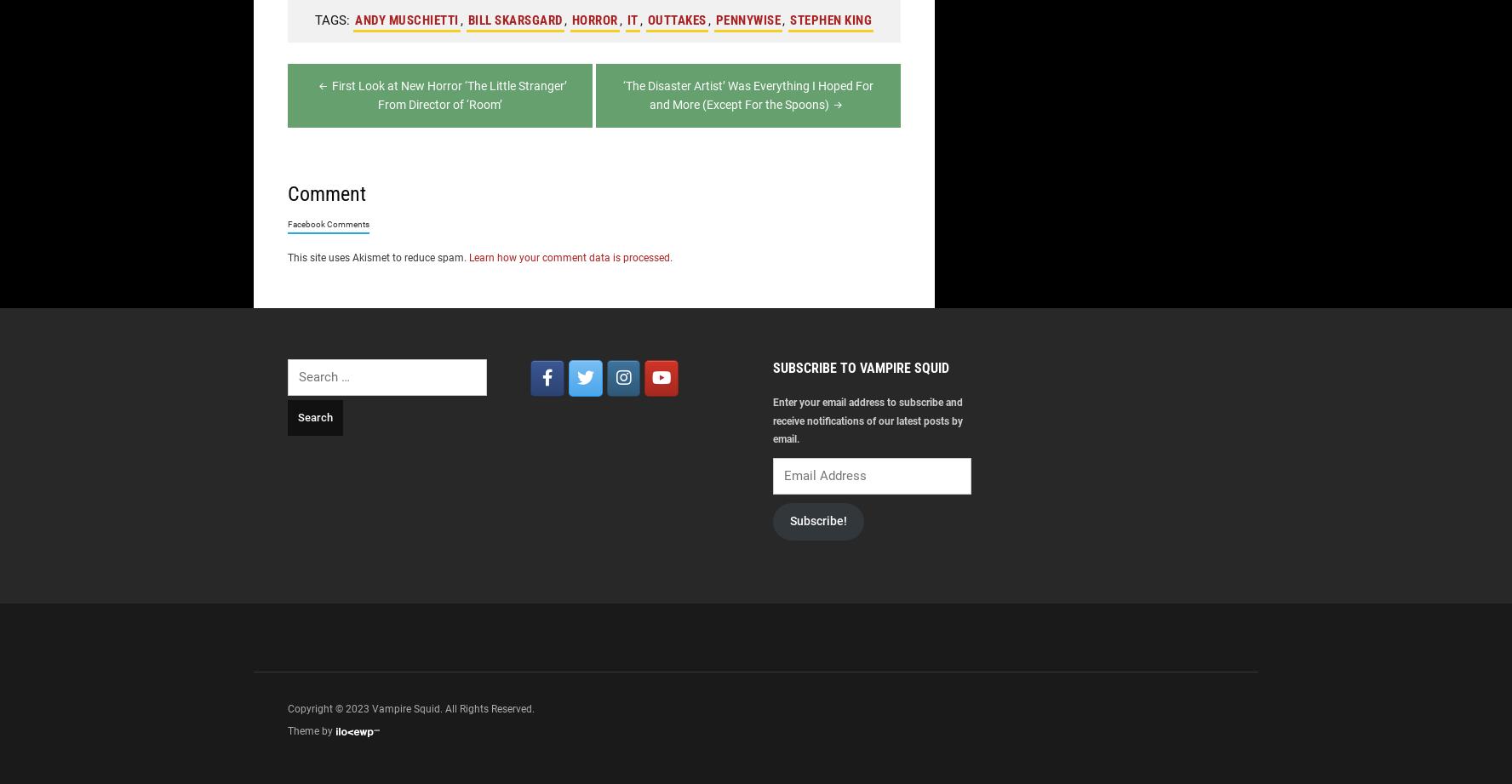 The width and height of the screenshot is (1512, 784). Describe the element at coordinates (830, 20) in the screenshot. I see `'Stephen King'` at that location.